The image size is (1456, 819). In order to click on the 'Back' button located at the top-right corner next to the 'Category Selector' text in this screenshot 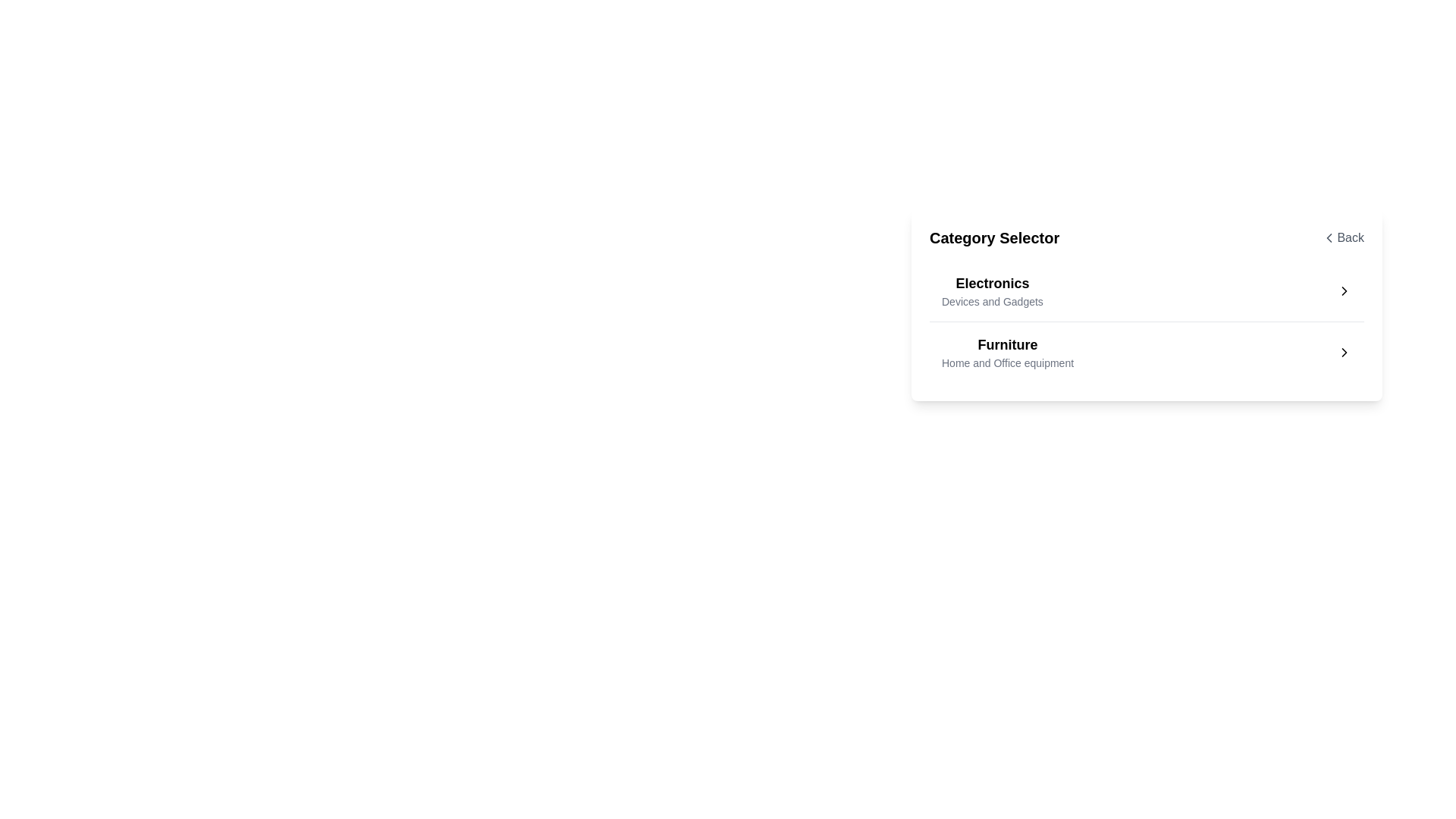, I will do `click(1343, 237)`.